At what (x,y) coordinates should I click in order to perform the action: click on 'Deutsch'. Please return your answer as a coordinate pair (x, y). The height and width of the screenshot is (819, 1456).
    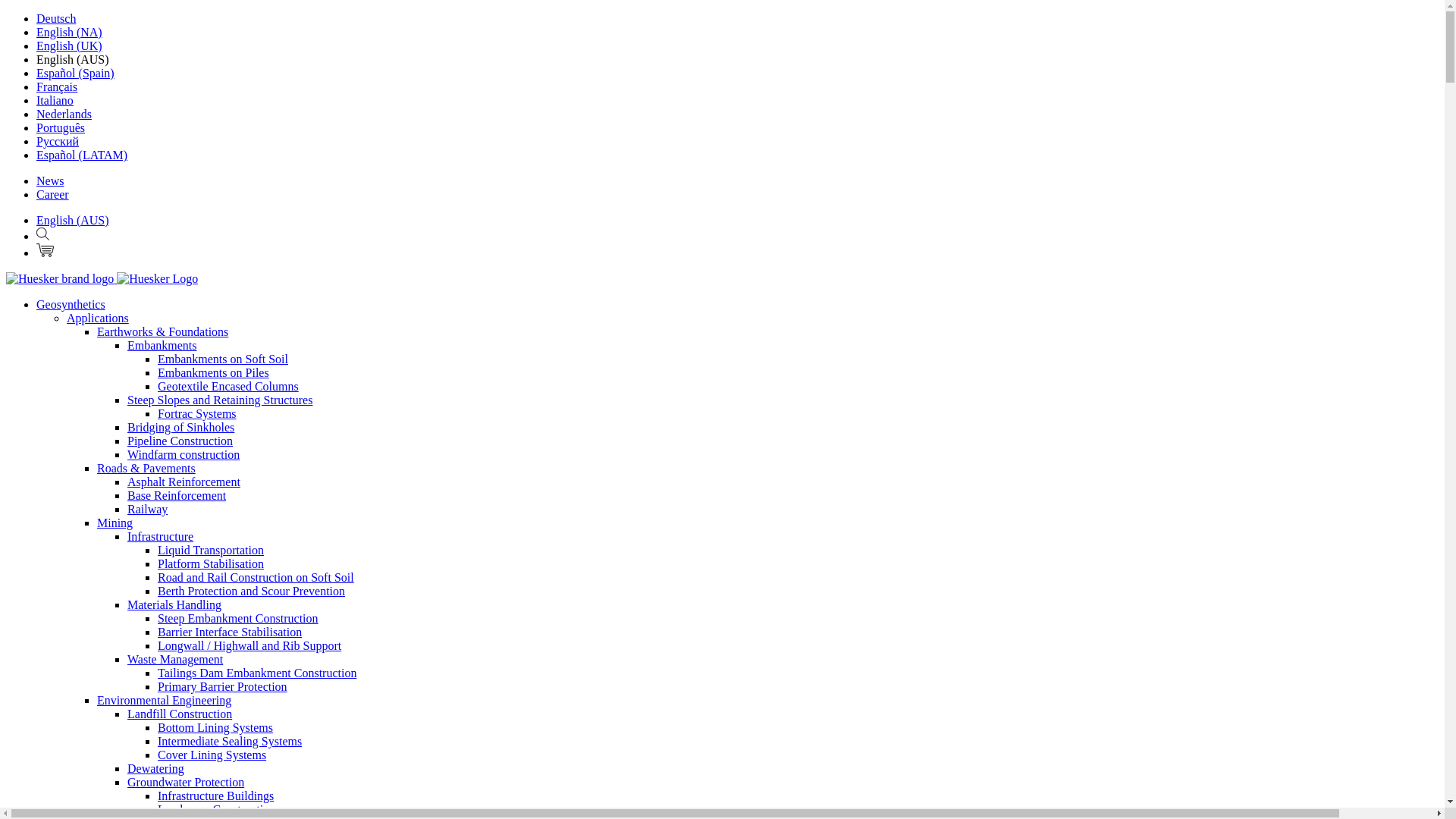
    Looking at the image, I should click on (55, 18).